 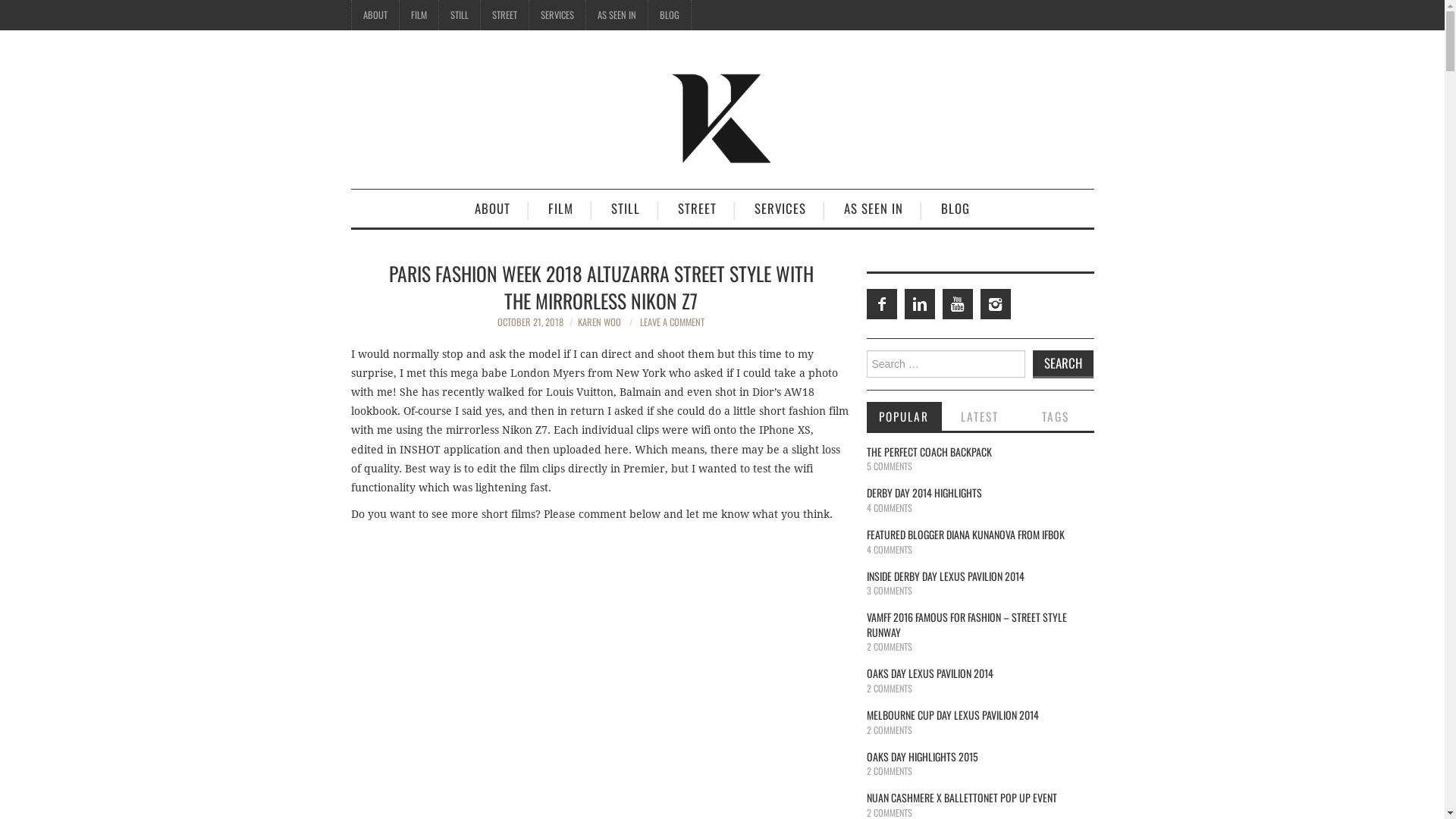 What do you see at coordinates (964, 533) in the screenshot?
I see `'FEATURED BLOGGER DIANA KUNANOVA FROM IFBOK'` at bounding box center [964, 533].